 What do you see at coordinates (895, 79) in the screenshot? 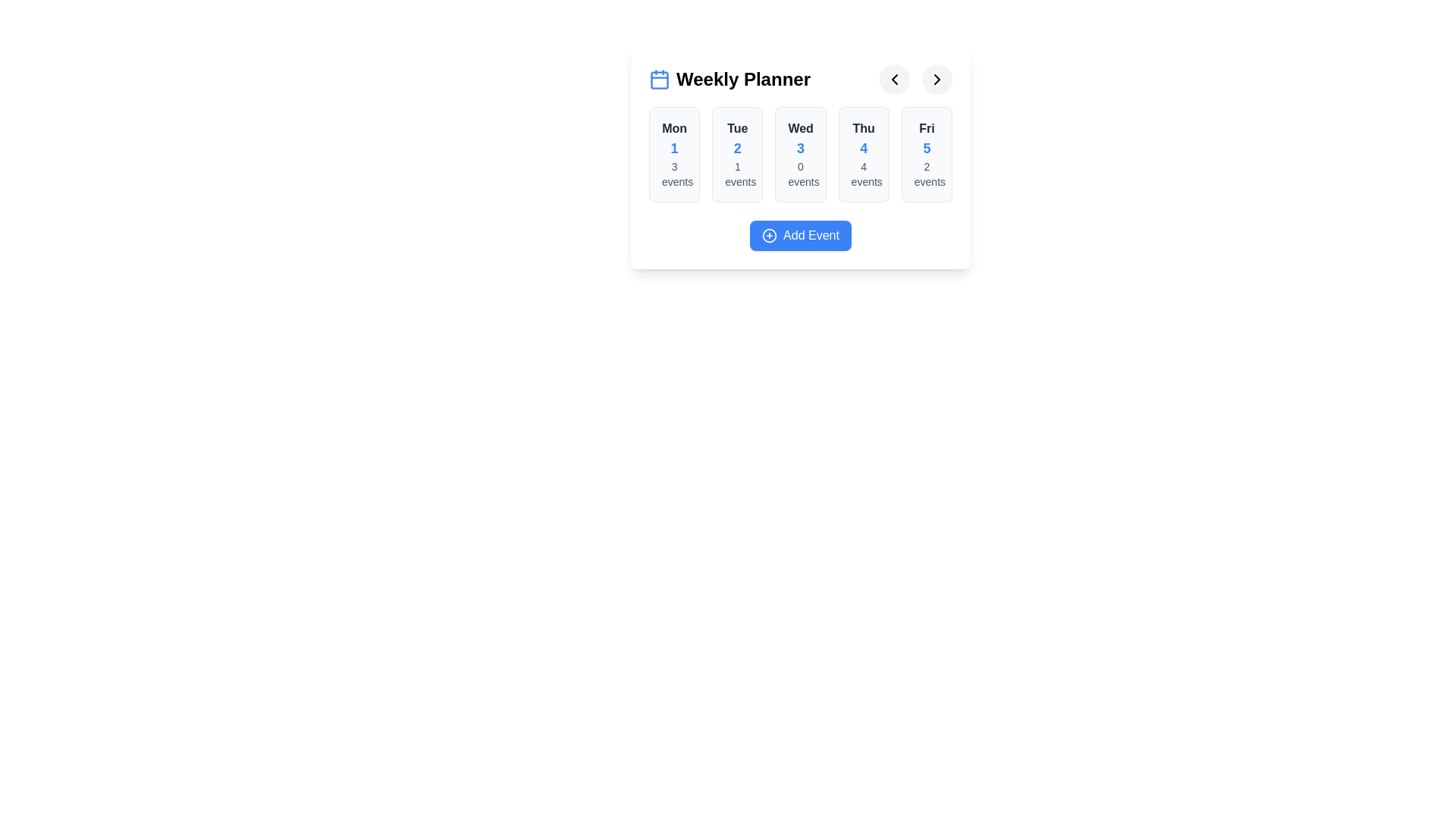
I see `the previous navigation button to navigate between weeks` at bounding box center [895, 79].